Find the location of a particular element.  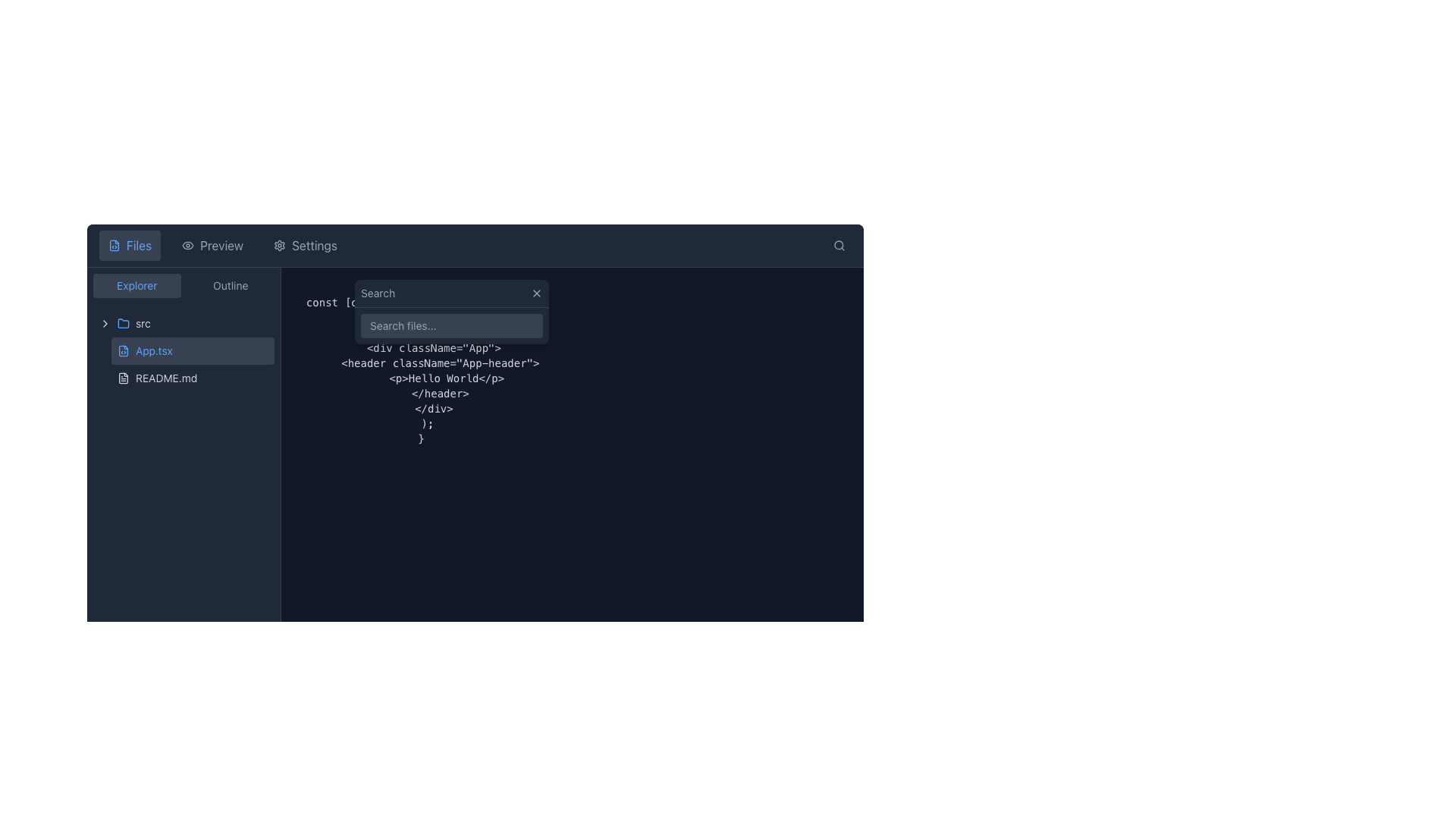

the 'Files' button, which is the first button in a horizontal row with a dark gray background and a blue-tinted label is located at coordinates (130, 245).